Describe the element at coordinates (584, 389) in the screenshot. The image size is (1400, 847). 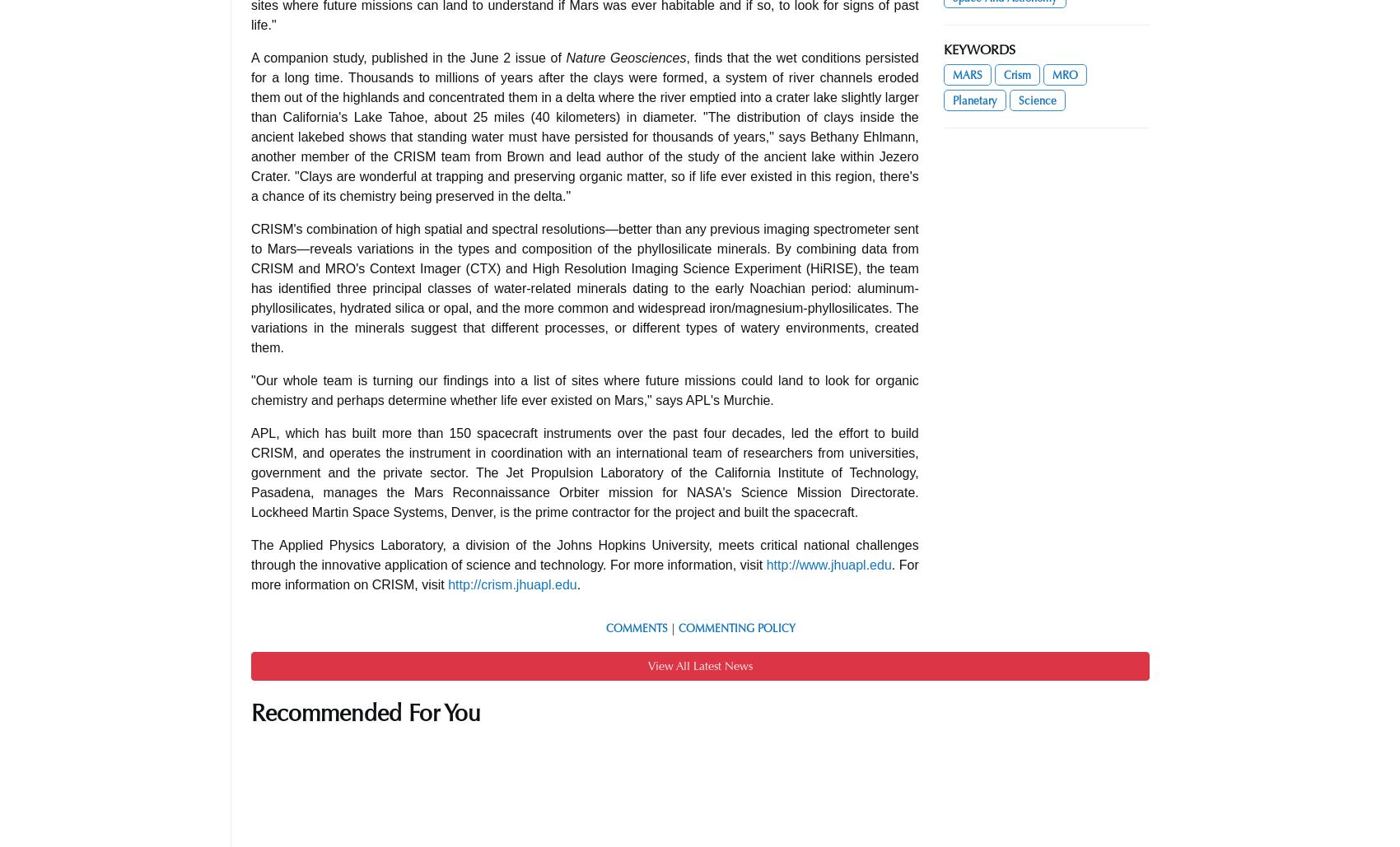
I see `'"Our whole team is turning our findings into a list of sites where future missions could land to look for organic chemistry and perhaps determine whether life ever existed on Mars," says APL's Murchie.'` at that location.